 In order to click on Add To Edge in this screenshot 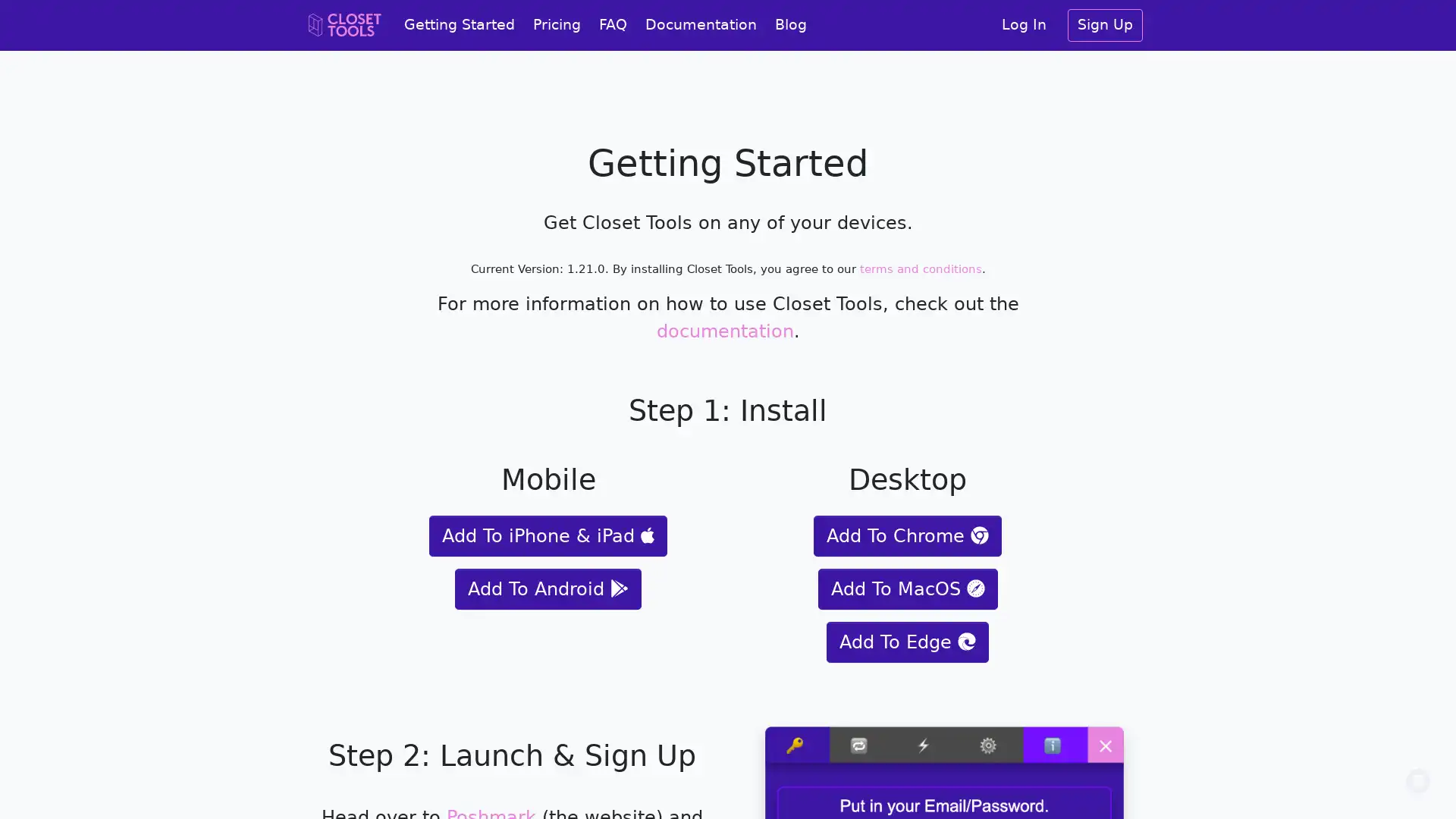, I will do `click(907, 641)`.